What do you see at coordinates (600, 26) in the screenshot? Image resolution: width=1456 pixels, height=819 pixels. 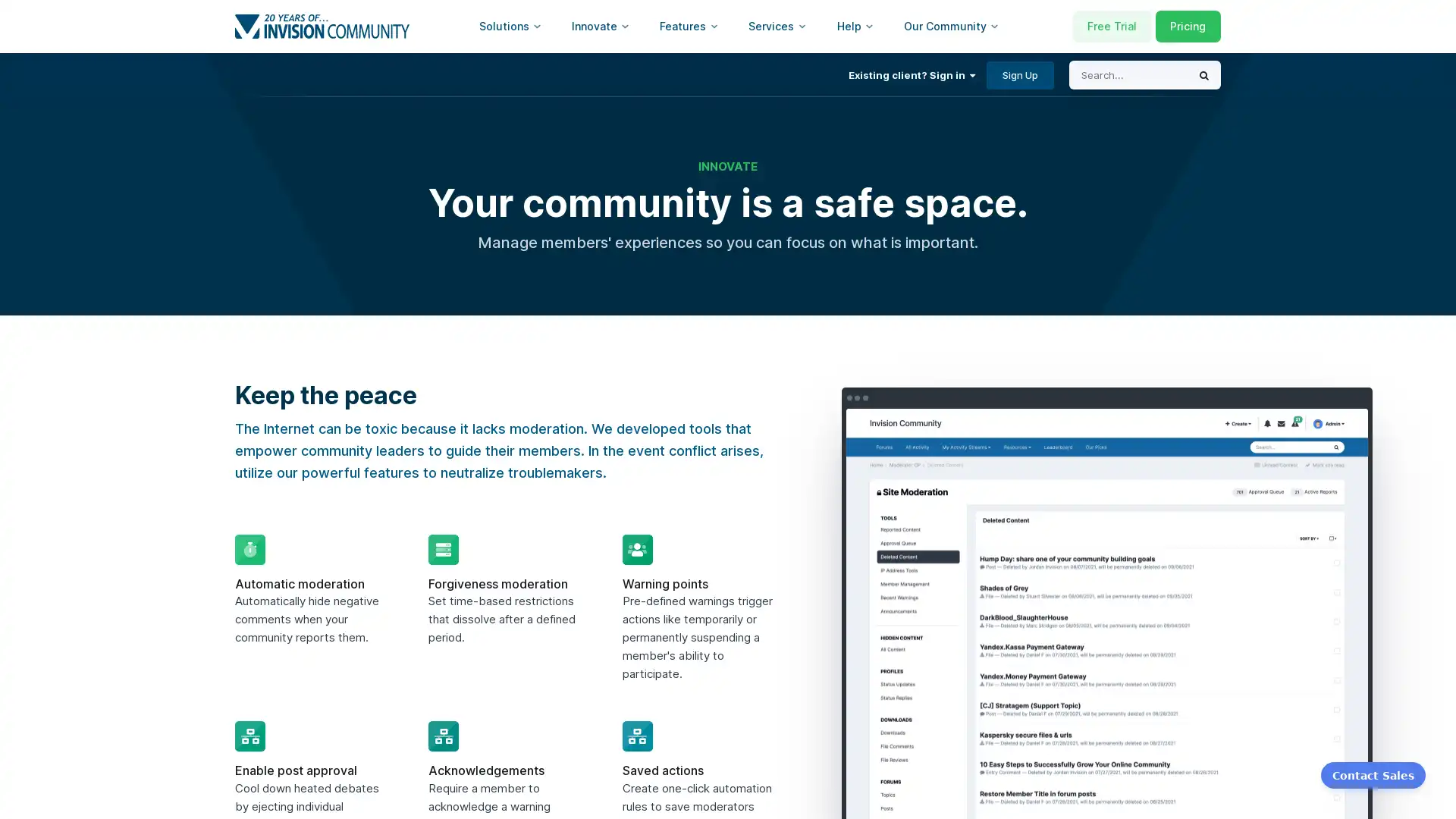 I see `Innovate` at bounding box center [600, 26].